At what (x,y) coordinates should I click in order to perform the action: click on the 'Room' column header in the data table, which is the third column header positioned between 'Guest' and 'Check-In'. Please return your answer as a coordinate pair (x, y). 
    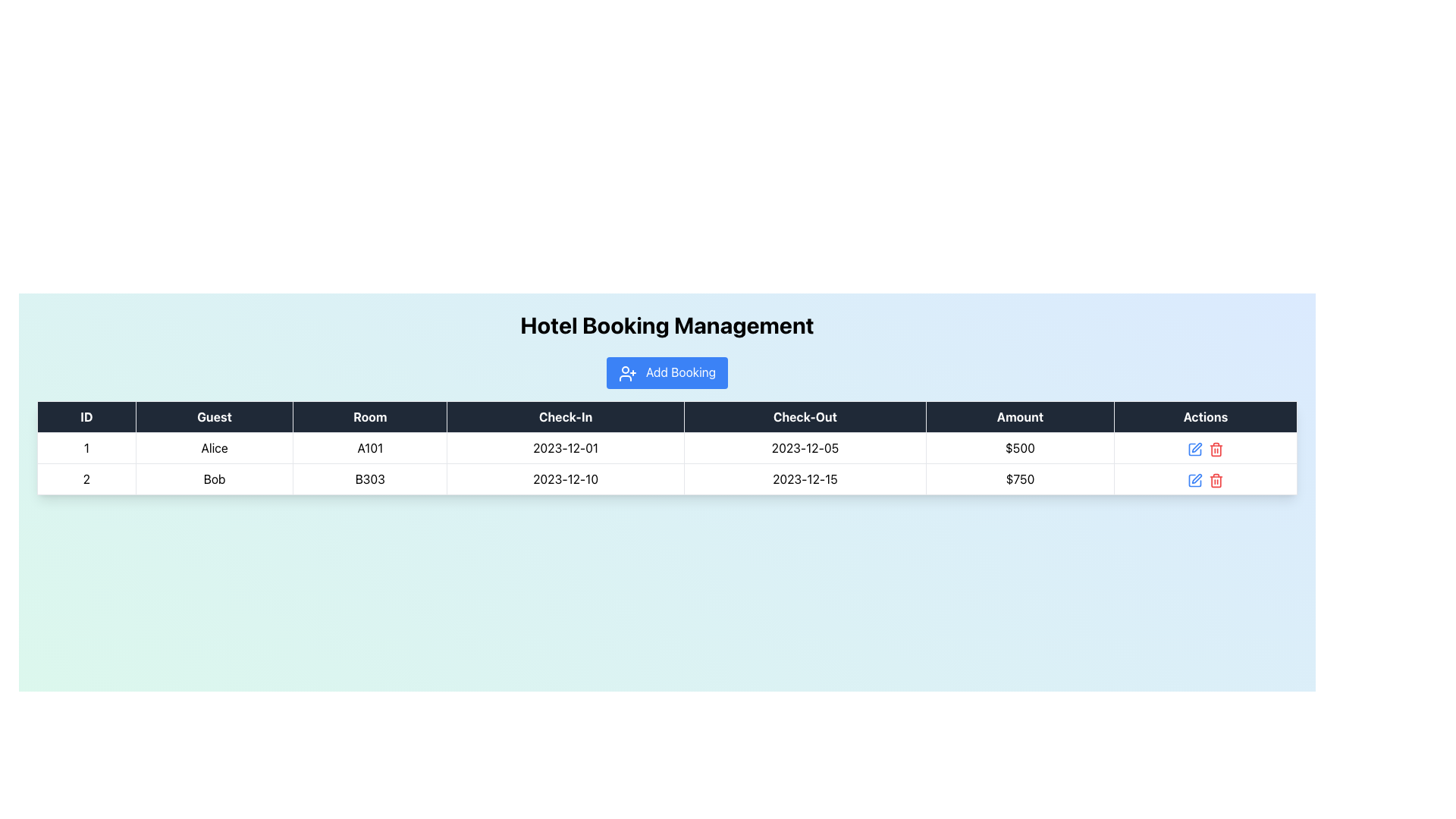
    Looking at the image, I should click on (370, 416).